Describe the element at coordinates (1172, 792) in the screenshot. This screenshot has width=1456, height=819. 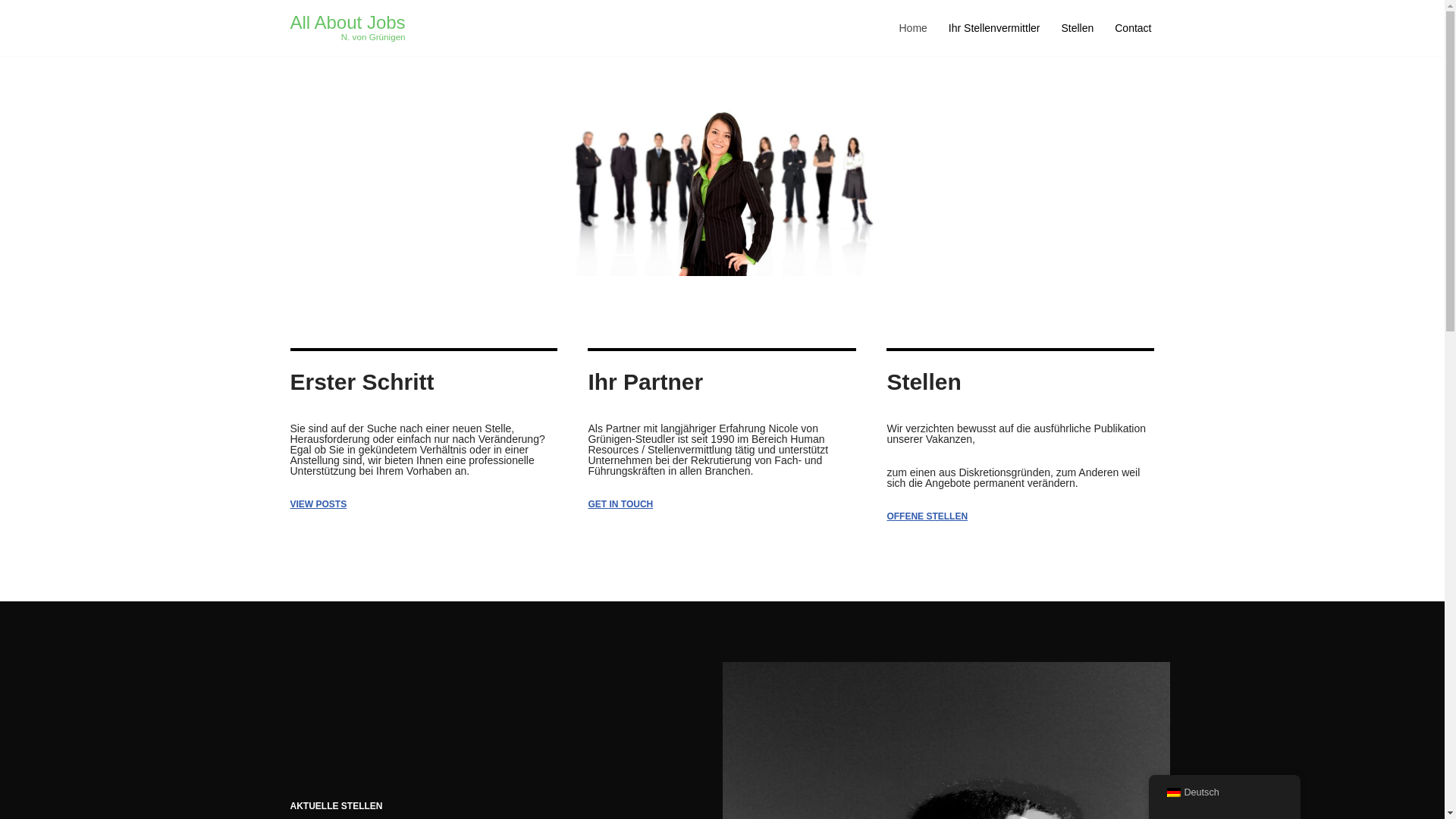
I see `'Deutsch'` at that location.